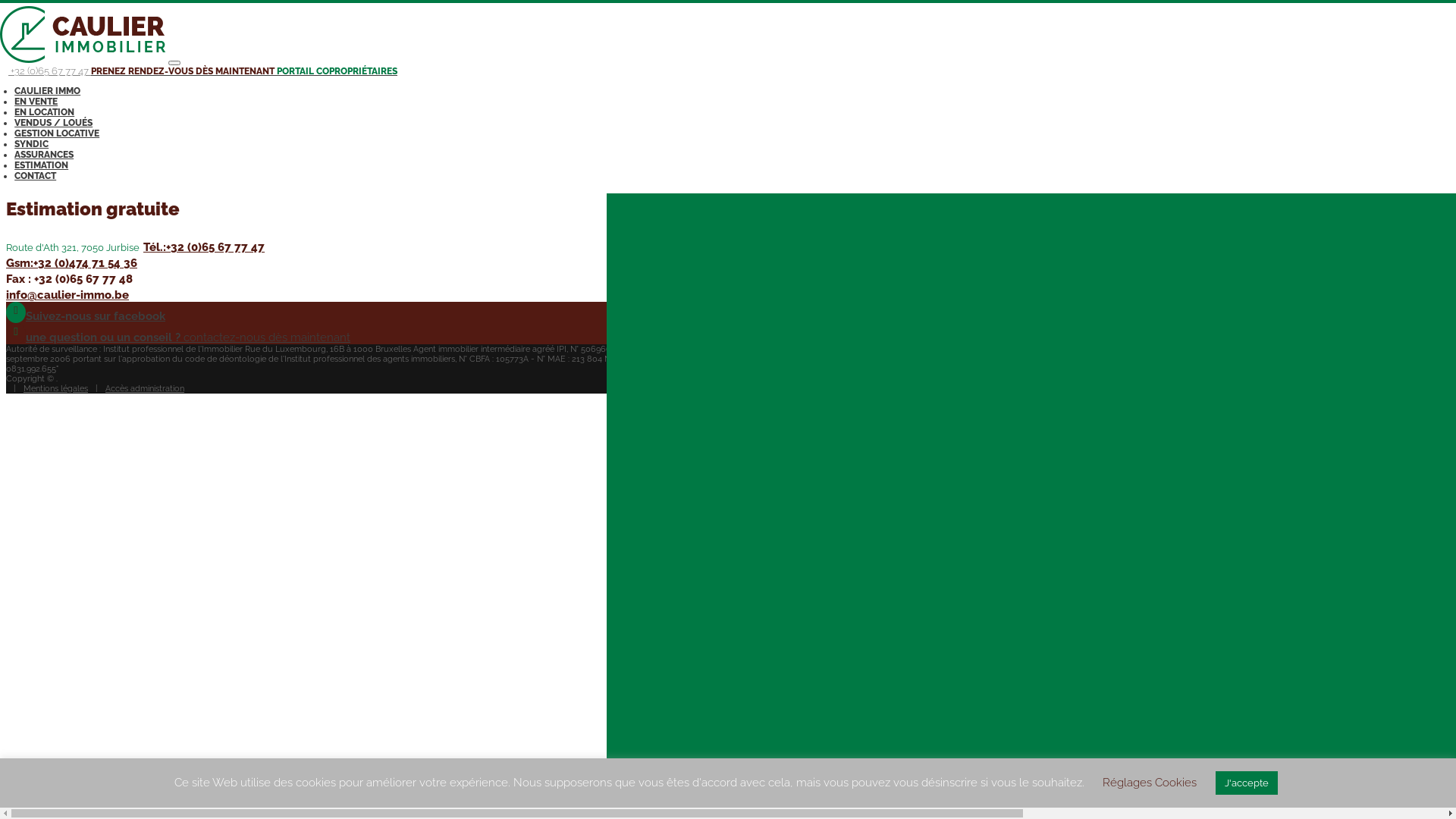  I want to click on 'GESTION LOCATIVE', so click(57, 133).